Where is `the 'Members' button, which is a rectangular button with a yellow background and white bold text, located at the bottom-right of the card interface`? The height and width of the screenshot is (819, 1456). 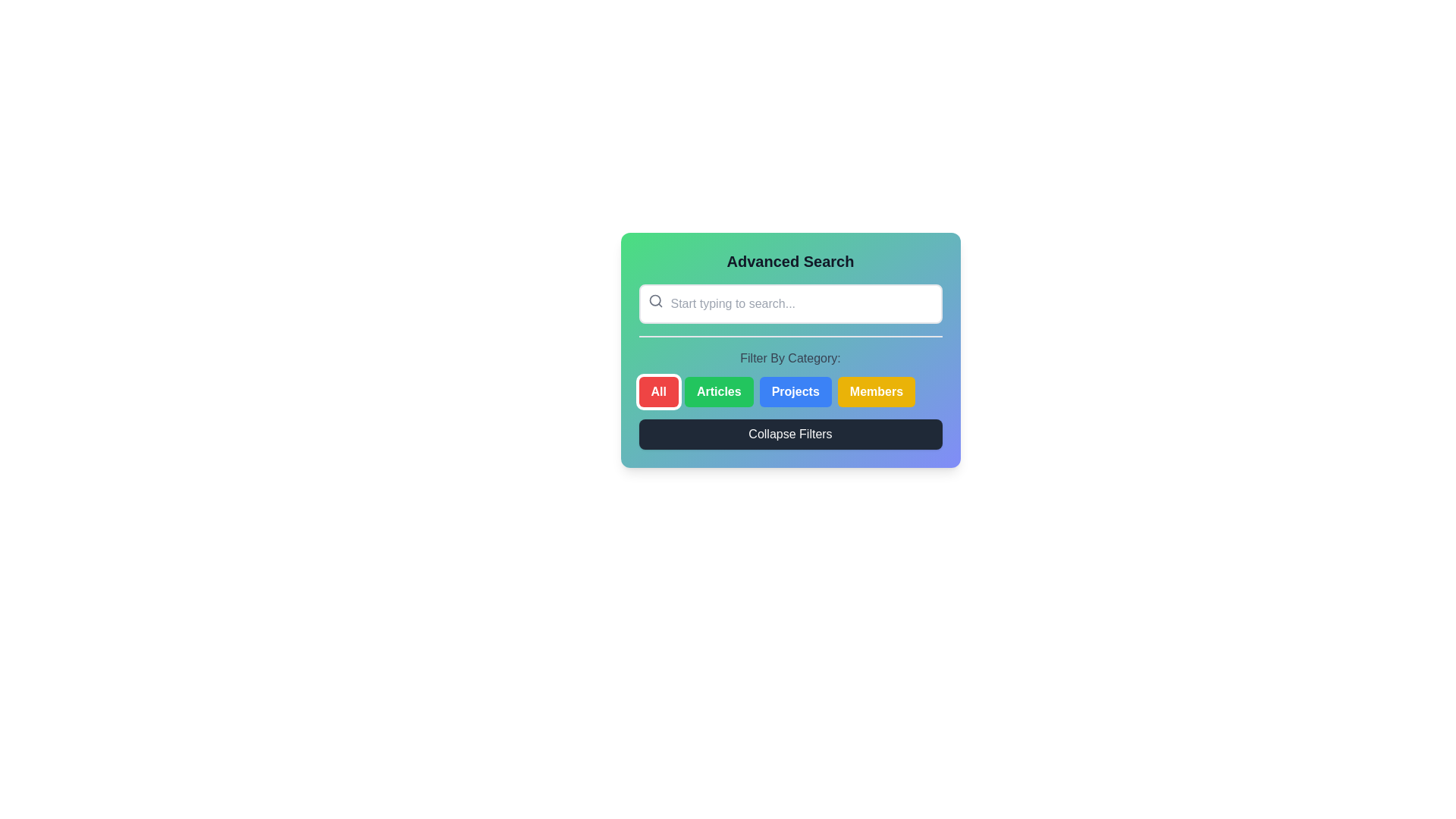
the 'Members' button, which is a rectangular button with a yellow background and white bold text, located at the bottom-right of the card interface is located at coordinates (876, 391).